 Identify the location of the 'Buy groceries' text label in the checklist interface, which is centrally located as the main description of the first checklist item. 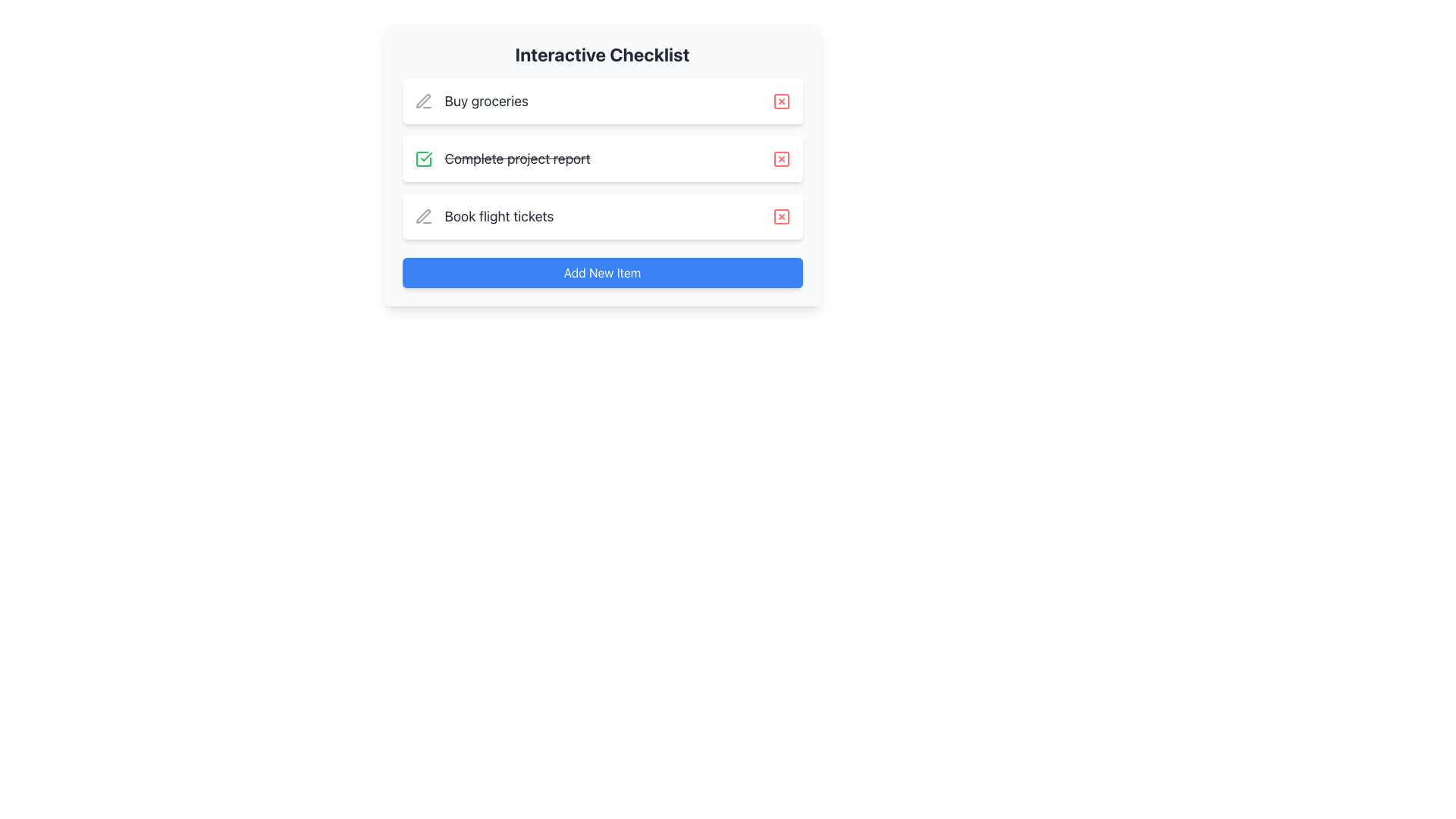
(486, 102).